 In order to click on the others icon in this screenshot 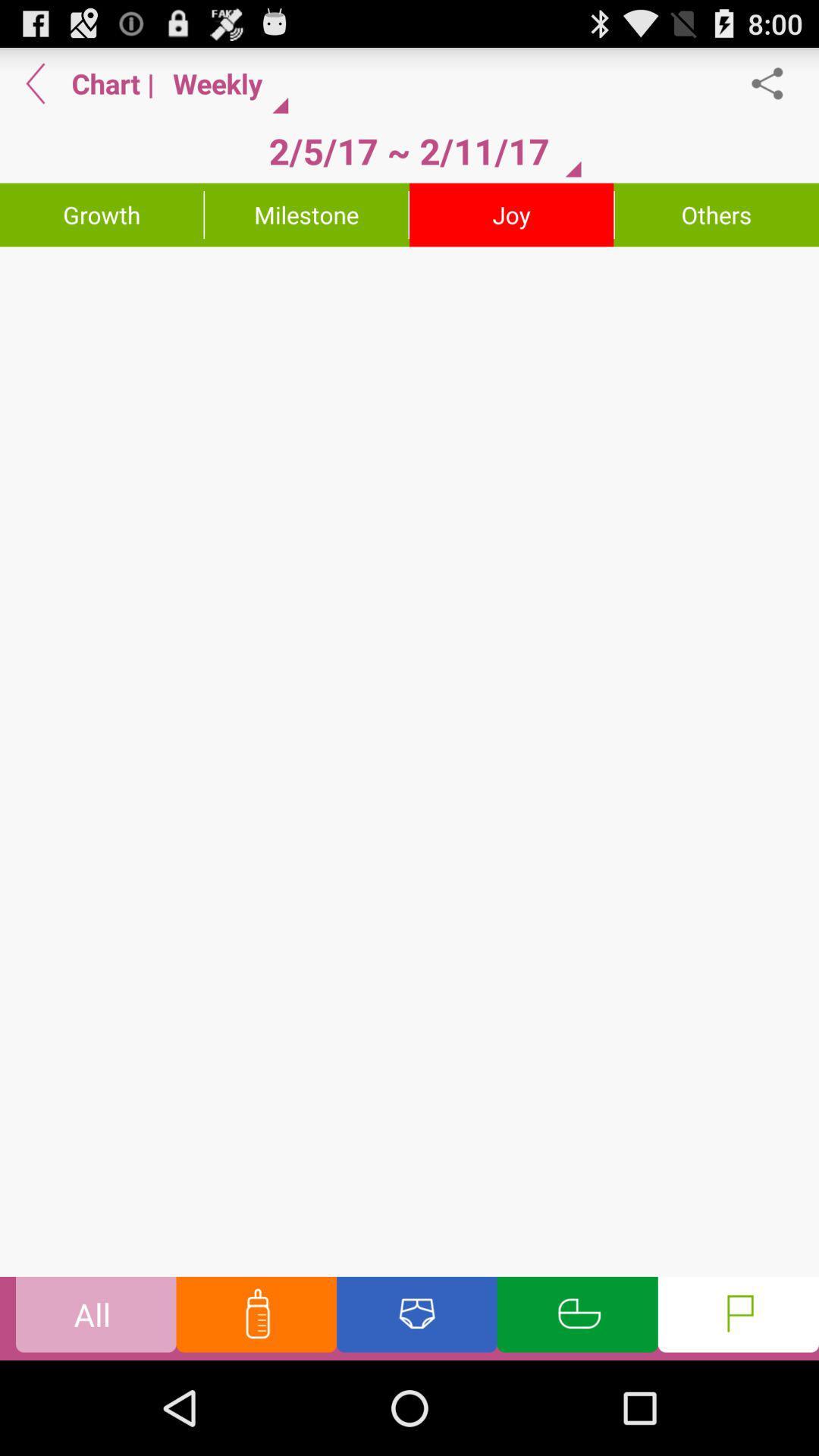, I will do `click(717, 214)`.